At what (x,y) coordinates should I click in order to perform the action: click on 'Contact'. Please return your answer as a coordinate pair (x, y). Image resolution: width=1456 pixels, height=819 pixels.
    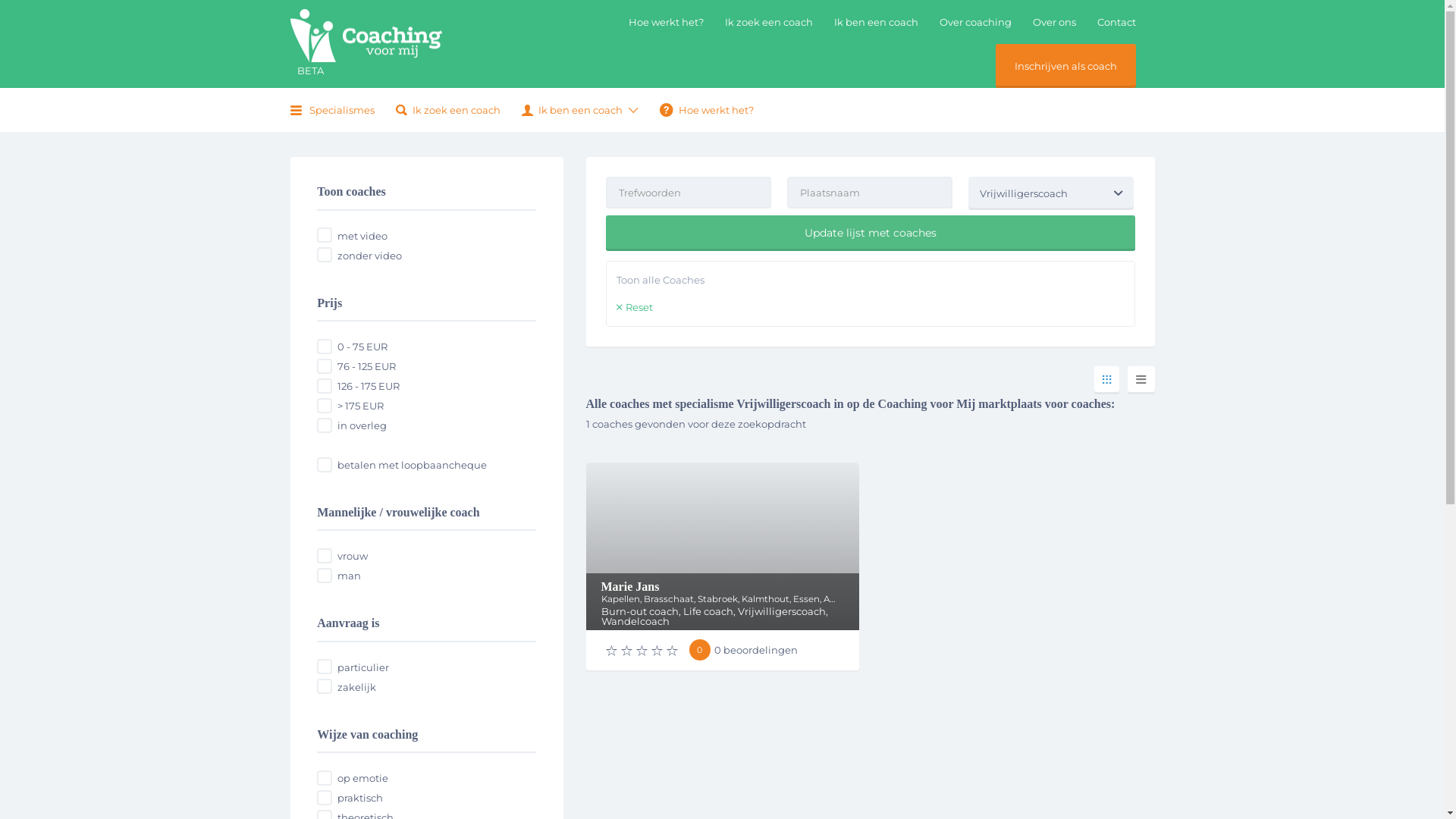
    Looking at the image, I should click on (1116, 22).